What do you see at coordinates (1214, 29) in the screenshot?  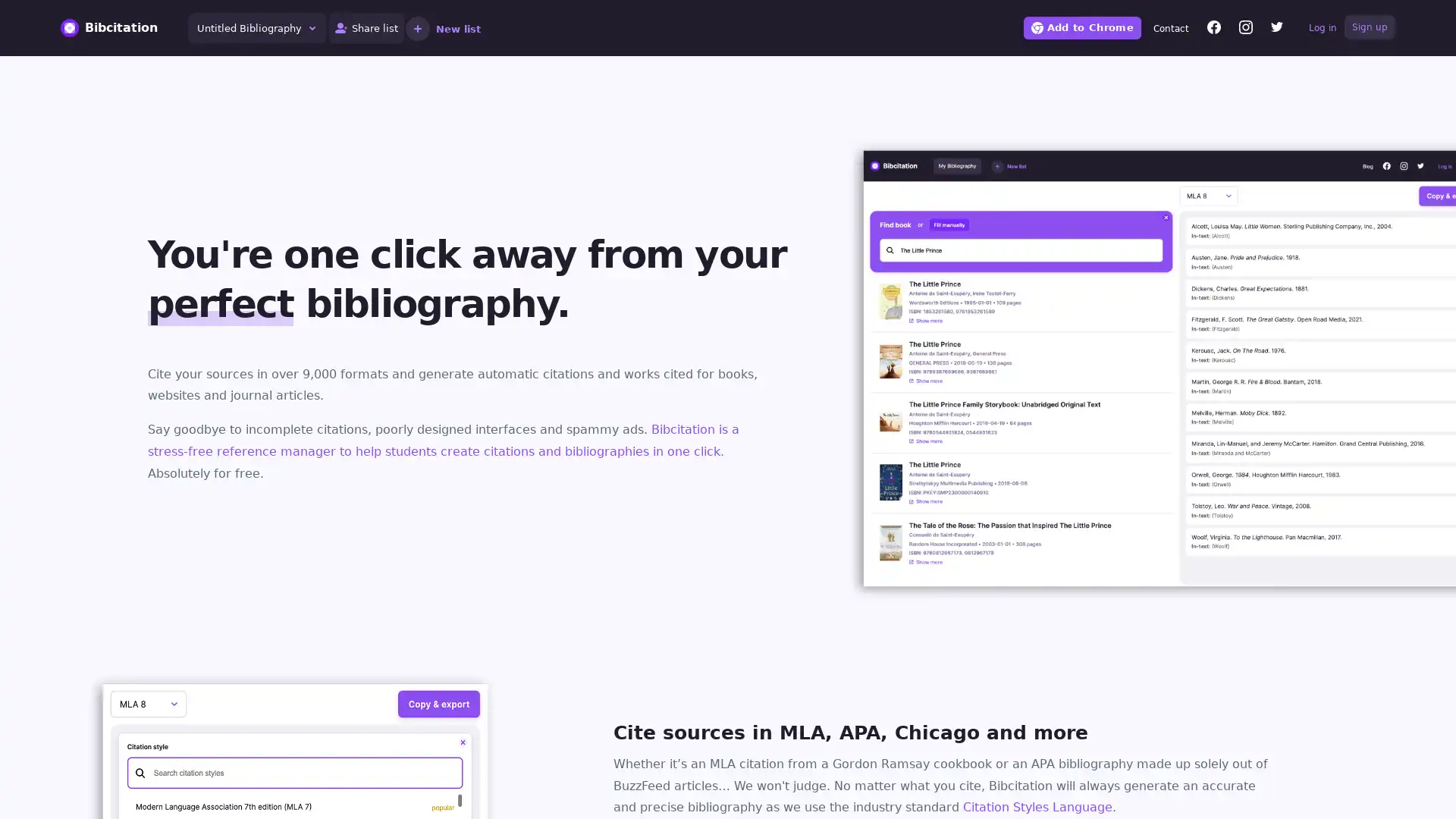 I see `Visit our Facebook` at bounding box center [1214, 29].